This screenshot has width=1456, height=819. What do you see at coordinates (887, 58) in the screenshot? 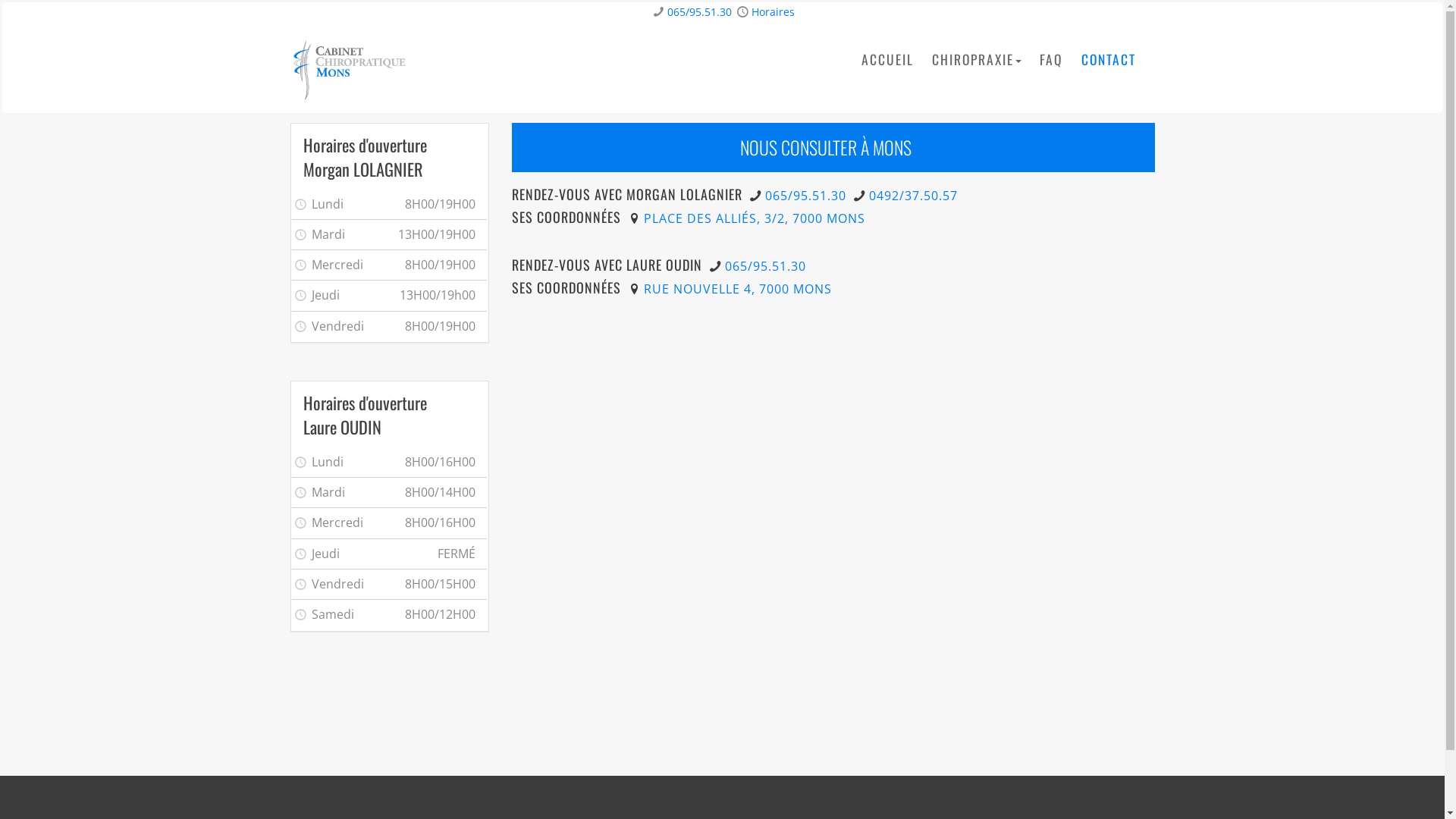
I see `'ACCUEIL'` at bounding box center [887, 58].